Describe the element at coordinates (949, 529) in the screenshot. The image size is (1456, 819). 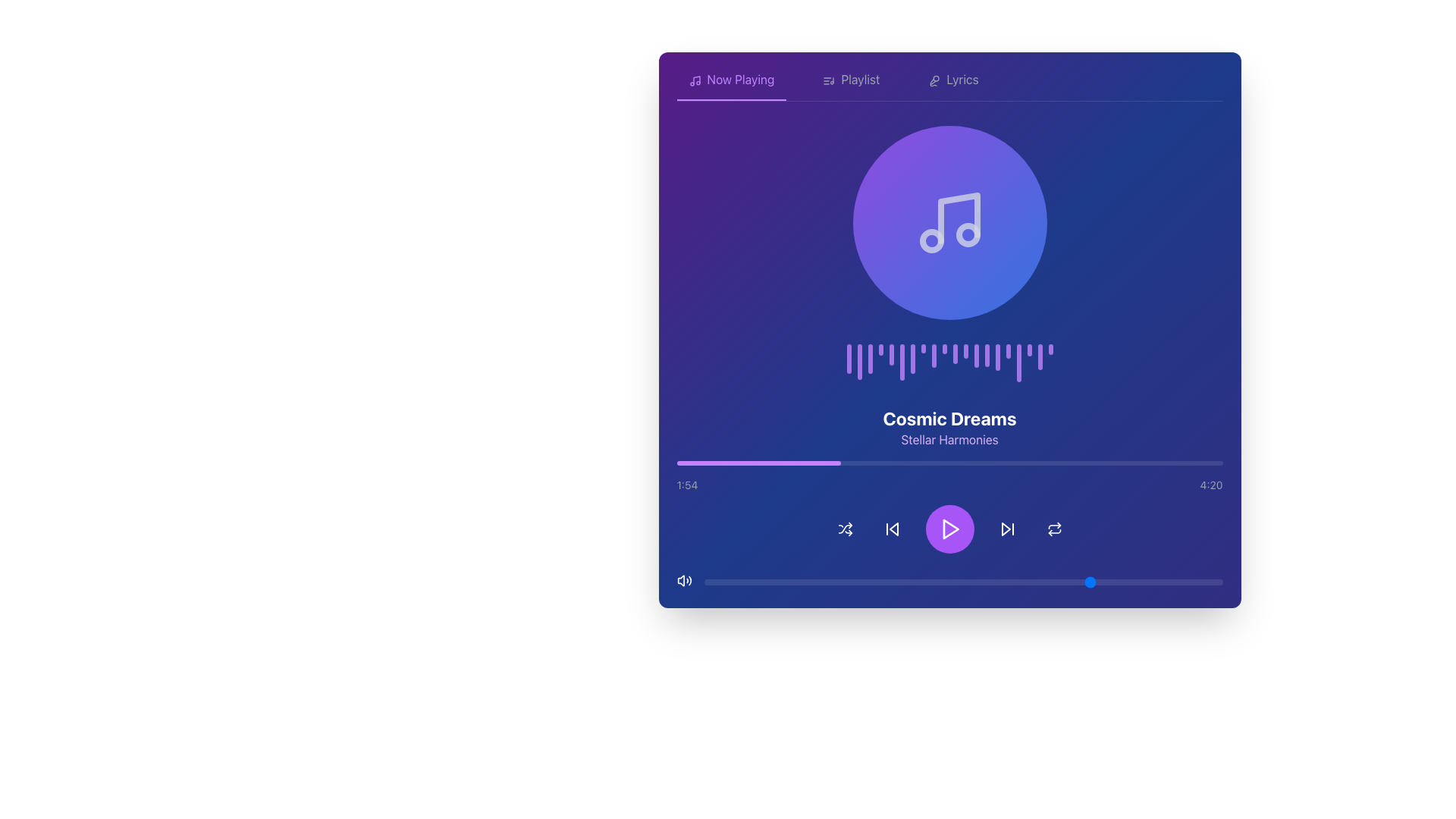
I see `the primary playback button located centrally within the control section below the track details and progress bar` at that location.